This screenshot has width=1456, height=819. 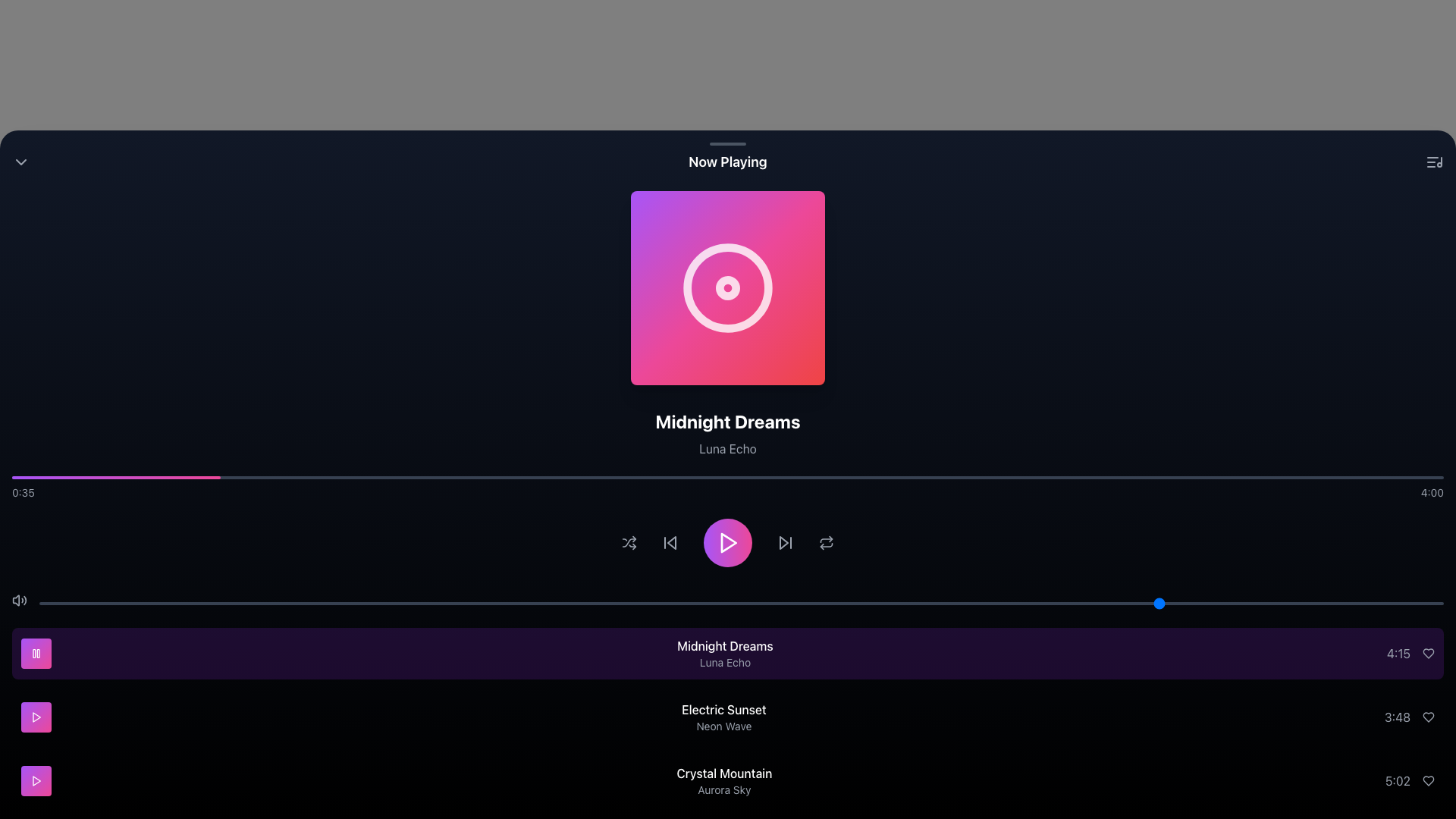 I want to click on the heart-shaped interactive icon located adjacent to the timestamp '5:02', so click(x=1427, y=780).